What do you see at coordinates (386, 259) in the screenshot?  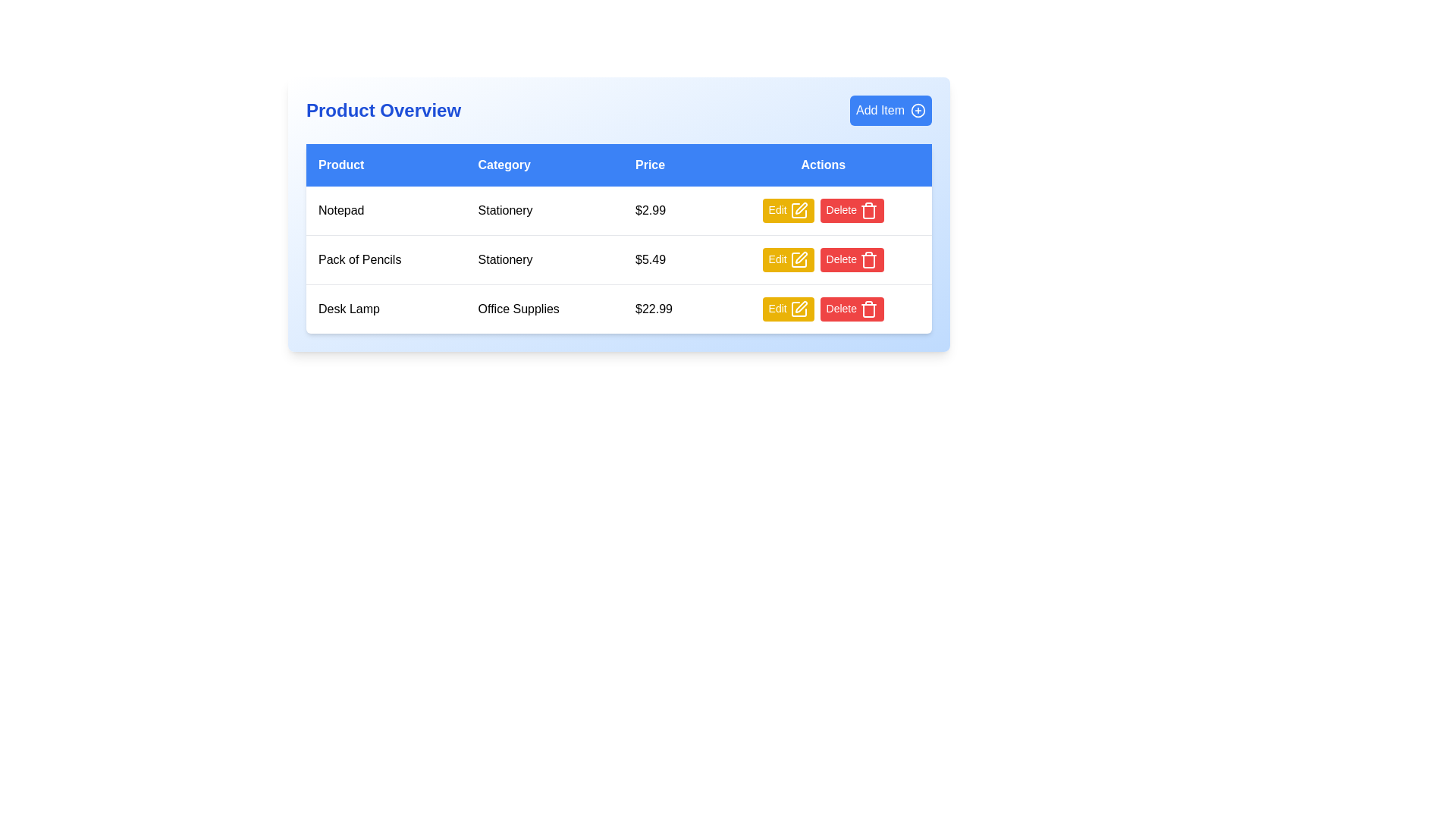 I see `the 'Product' text label in the second row of the table, which identifies the name of a listed product` at bounding box center [386, 259].